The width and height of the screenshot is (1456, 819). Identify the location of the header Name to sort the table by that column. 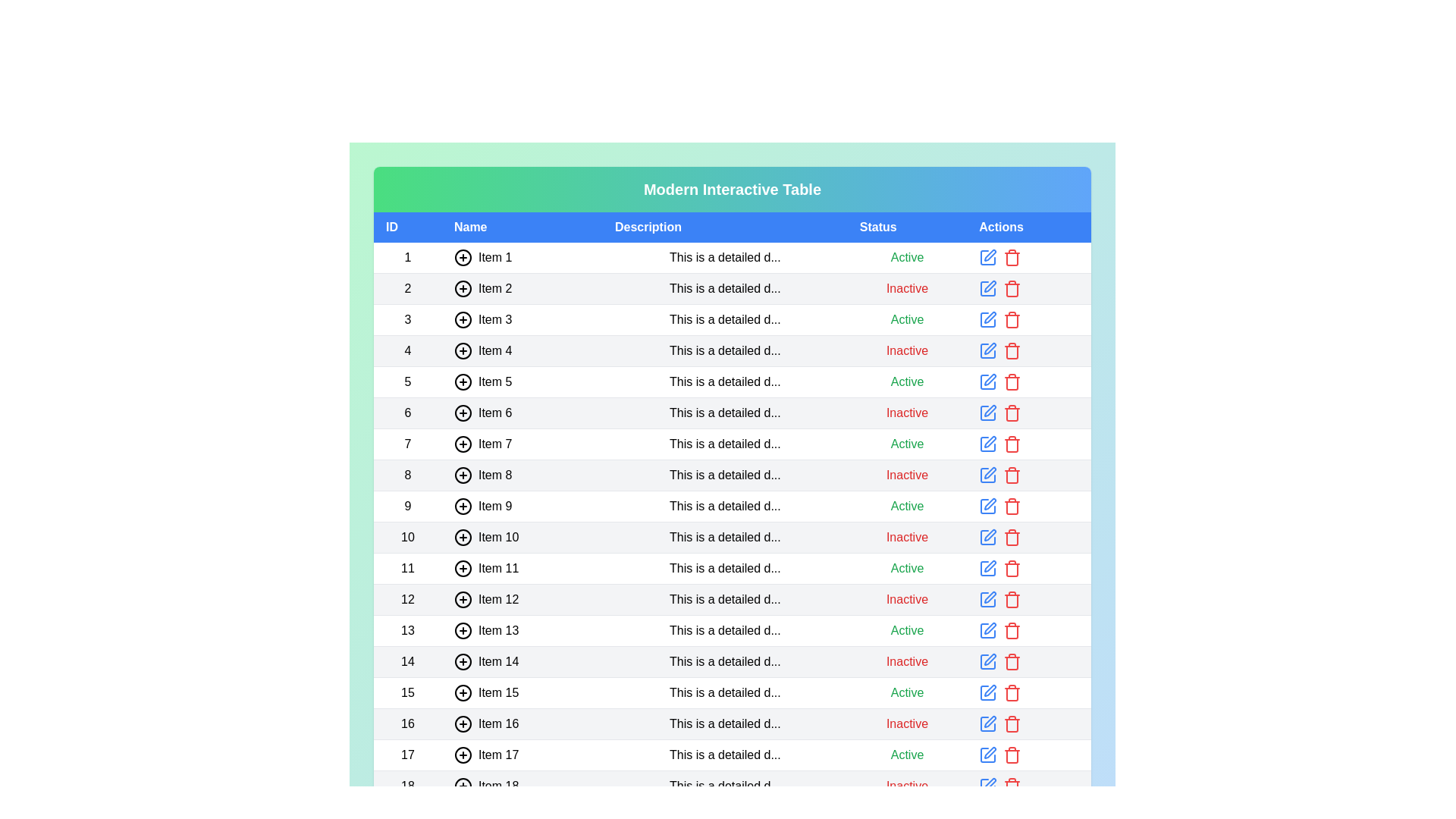
(522, 227).